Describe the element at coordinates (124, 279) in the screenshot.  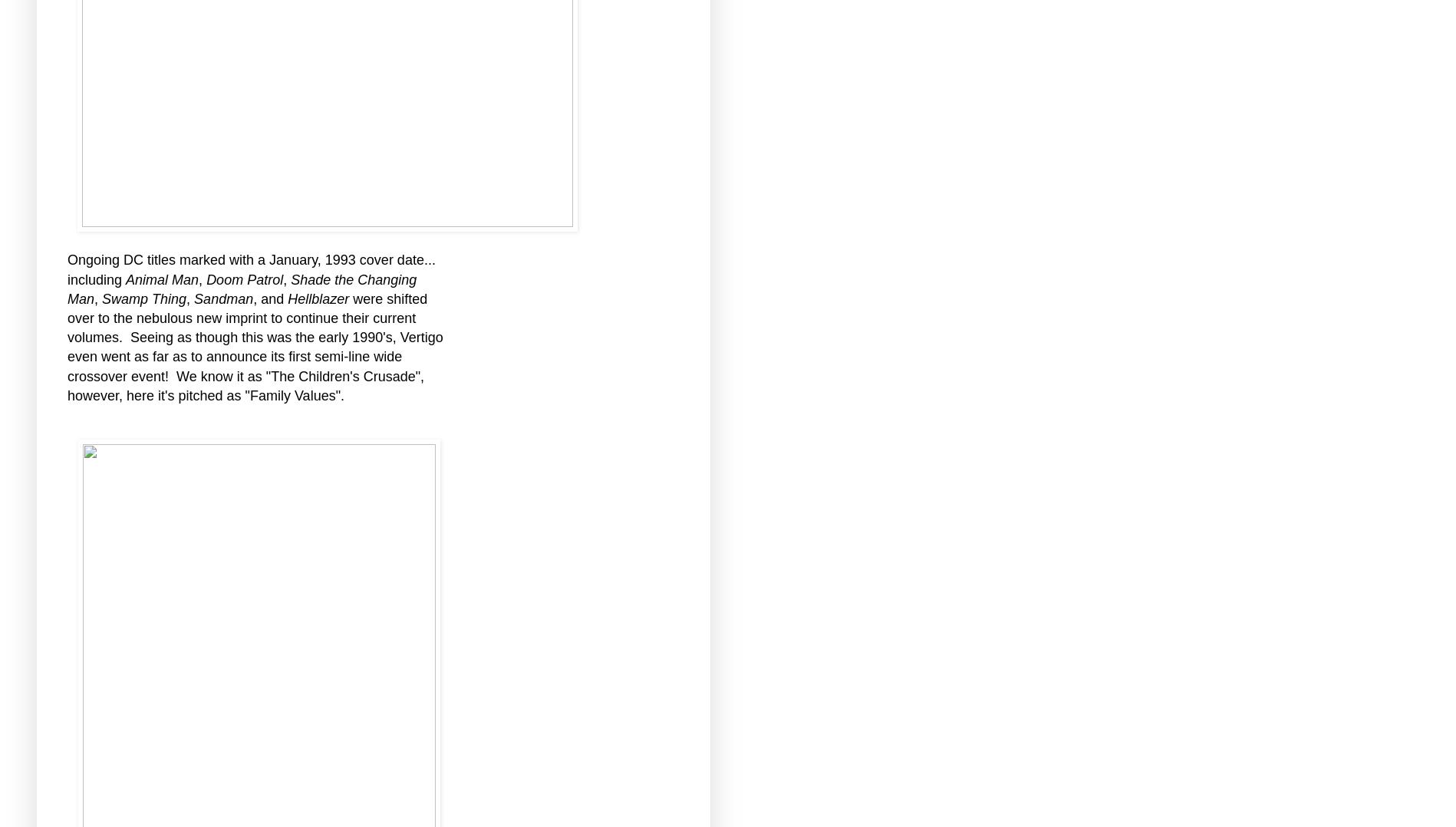
I see `'Animal Man'` at that location.